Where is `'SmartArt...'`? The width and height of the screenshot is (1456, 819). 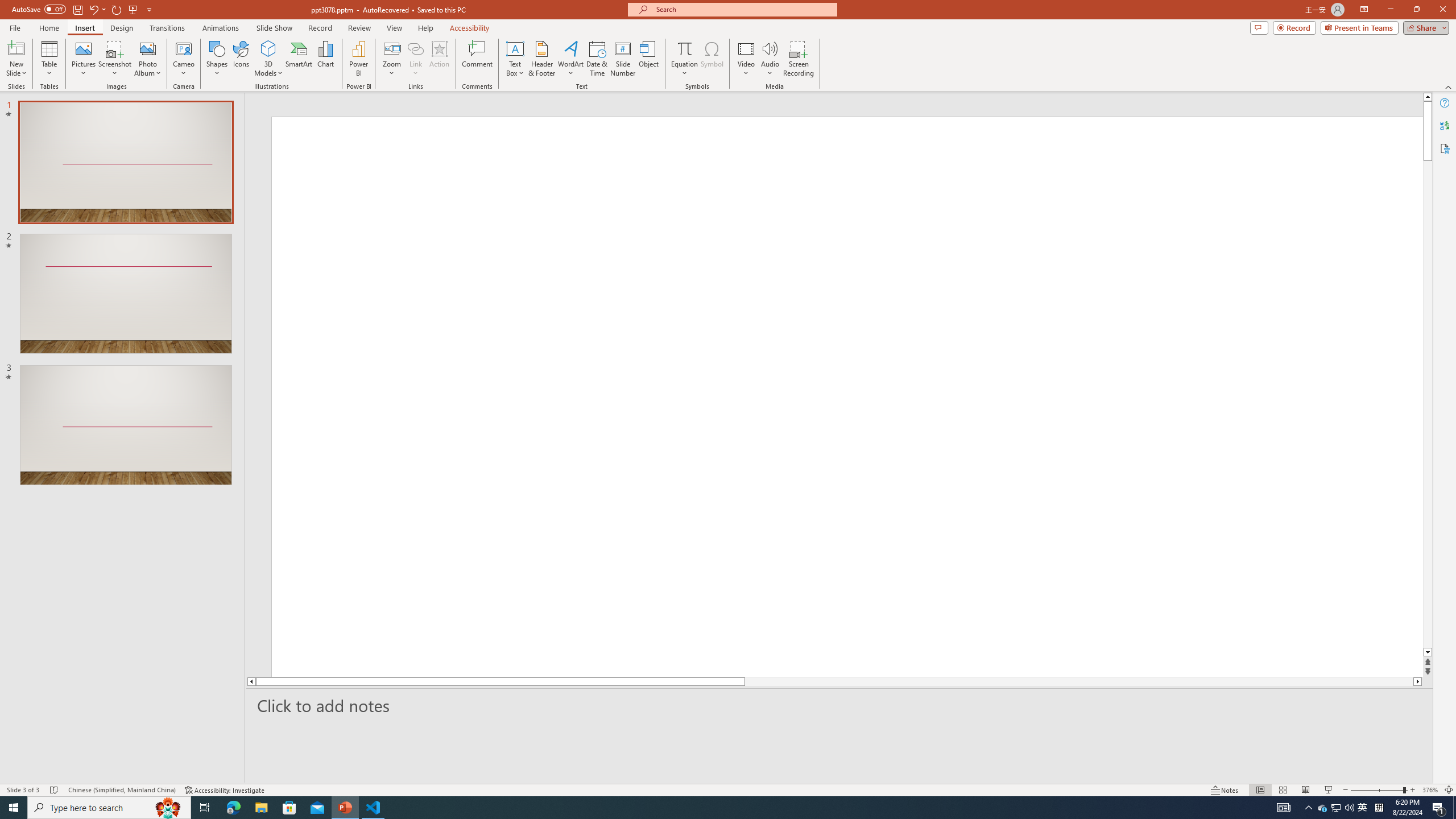 'SmartArt...' is located at coordinates (299, 59).